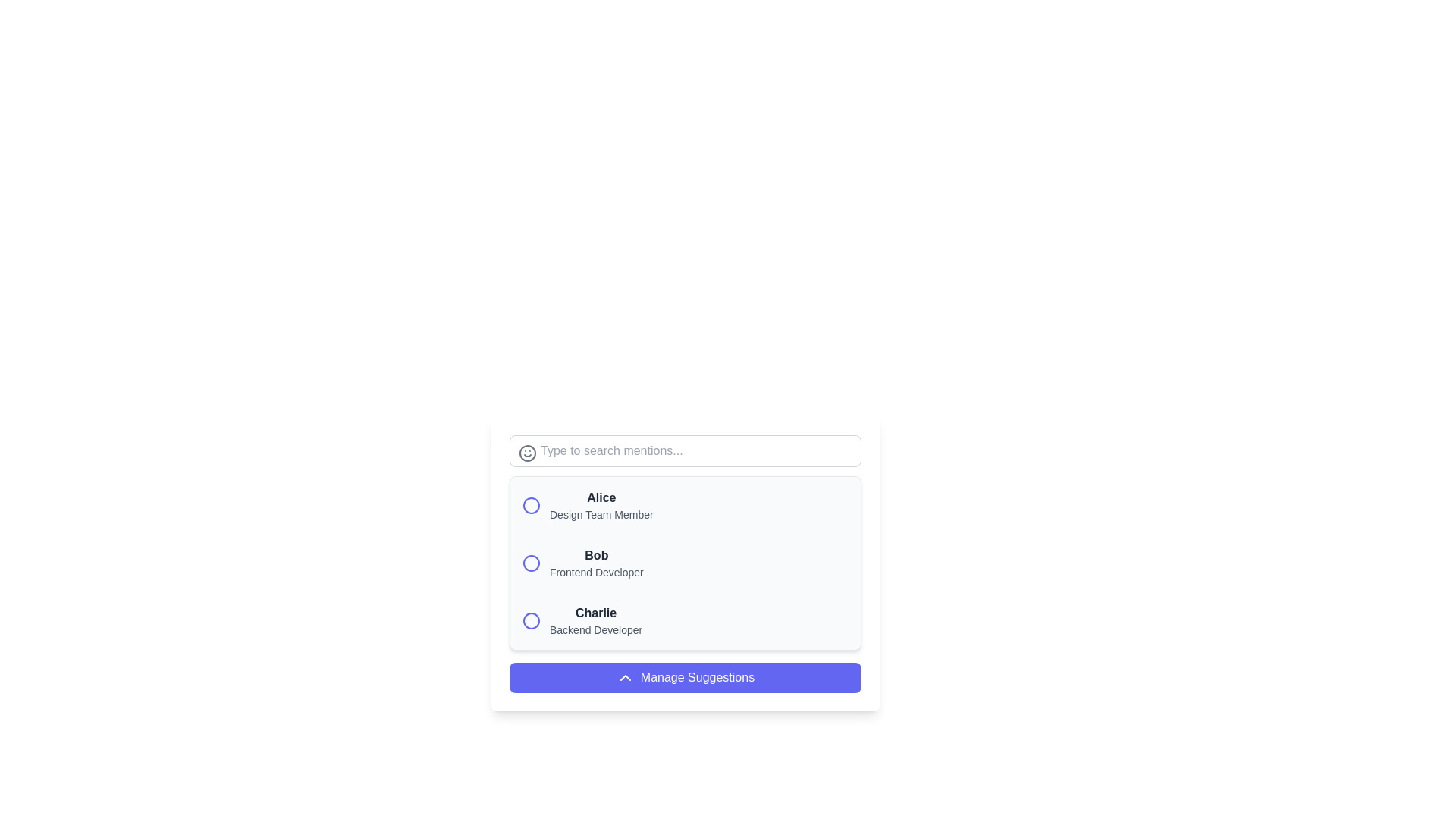 The width and height of the screenshot is (1456, 819). I want to click on the circular border of the smiley face icon located inside the search bar at the top of the suggestion box, so click(528, 452).